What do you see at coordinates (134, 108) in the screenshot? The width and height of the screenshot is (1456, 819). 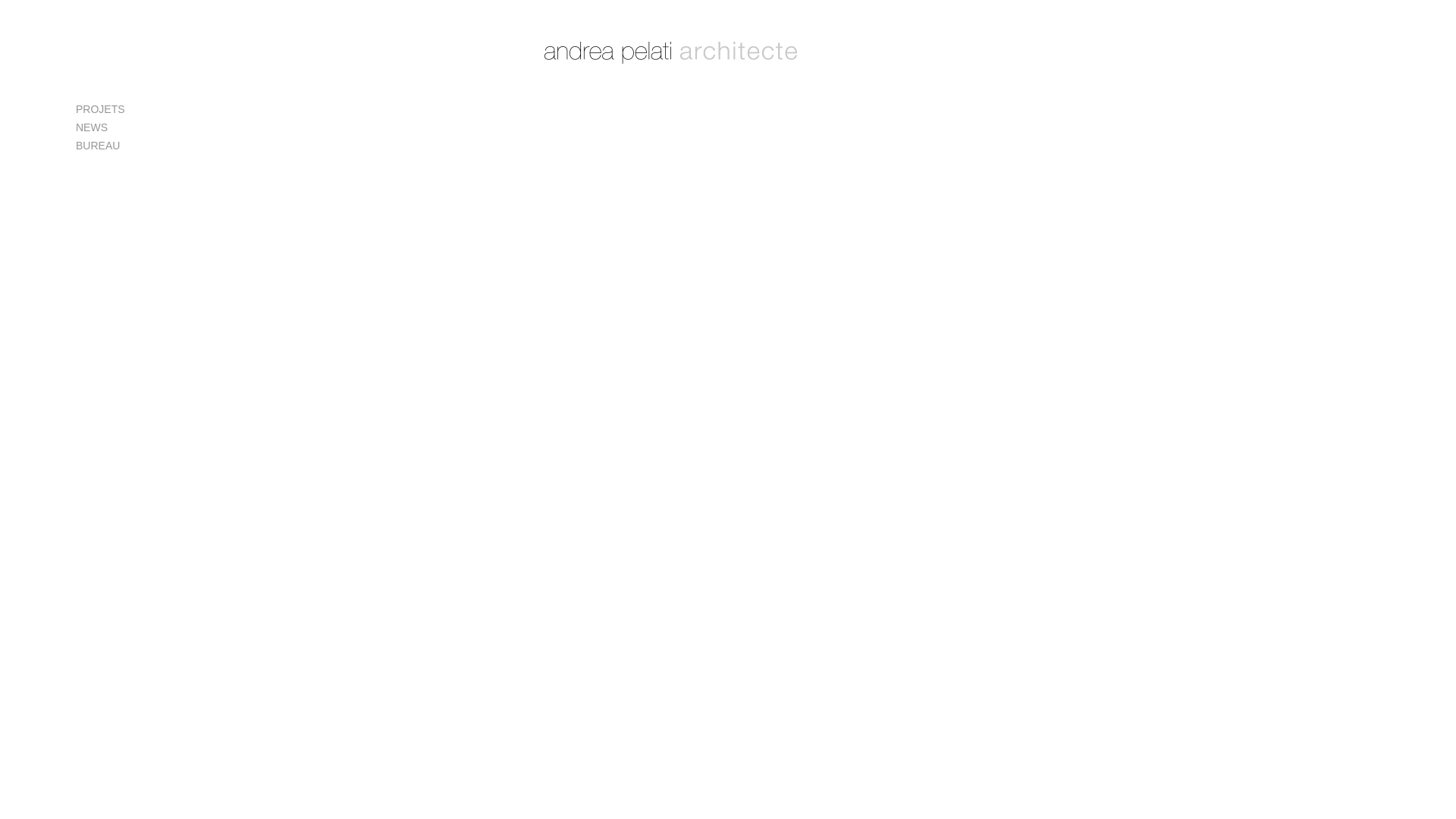 I see `'PROJETS'` at bounding box center [134, 108].